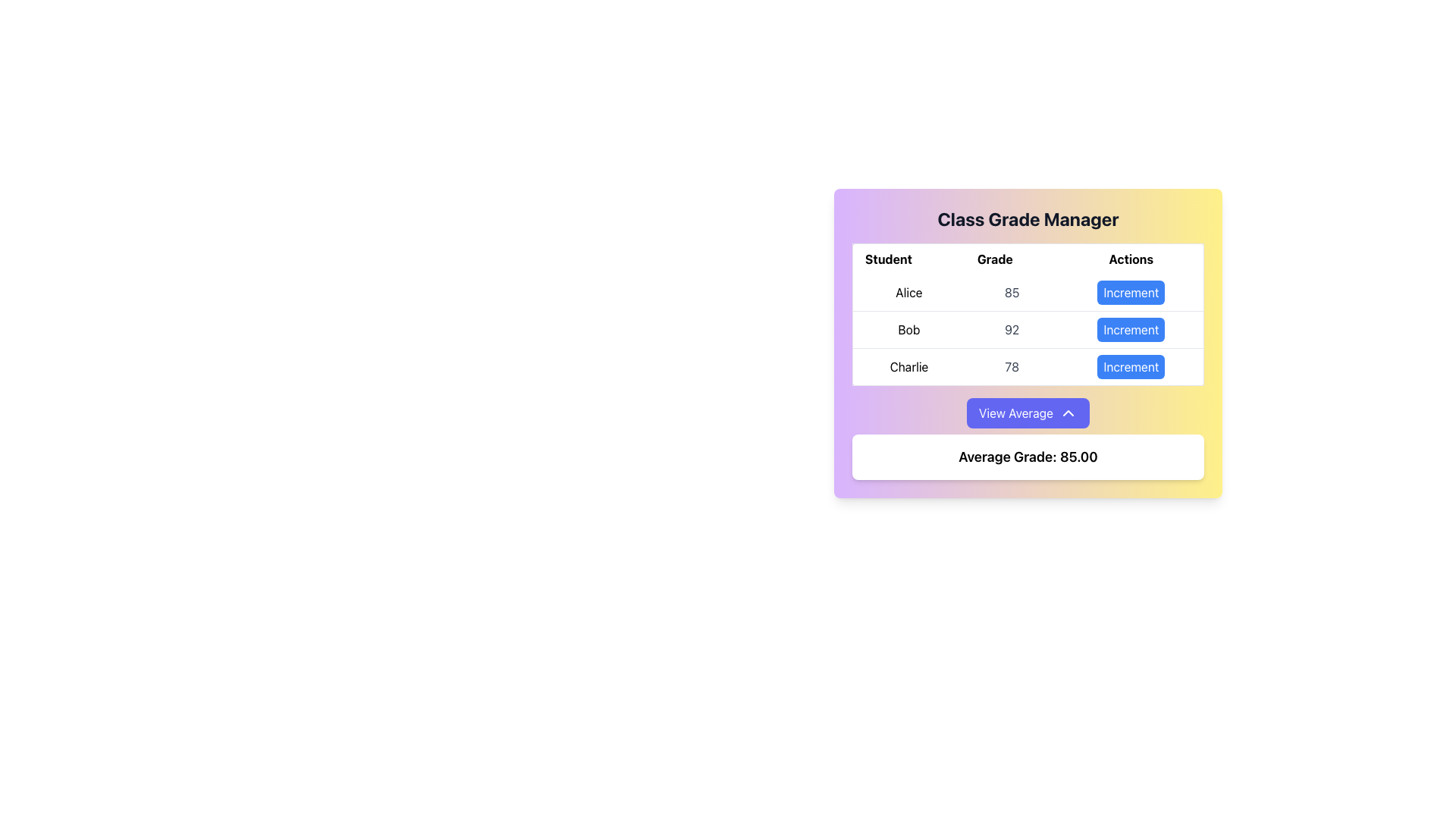 This screenshot has width=1456, height=819. Describe the element at coordinates (1012, 366) in the screenshot. I see `the text label displaying the number '78' in bold gray font, located in the third row of the 'Class Grade Manager' table under the 'Grade' column, between 'Charlie' and the 'Actions' column` at that location.